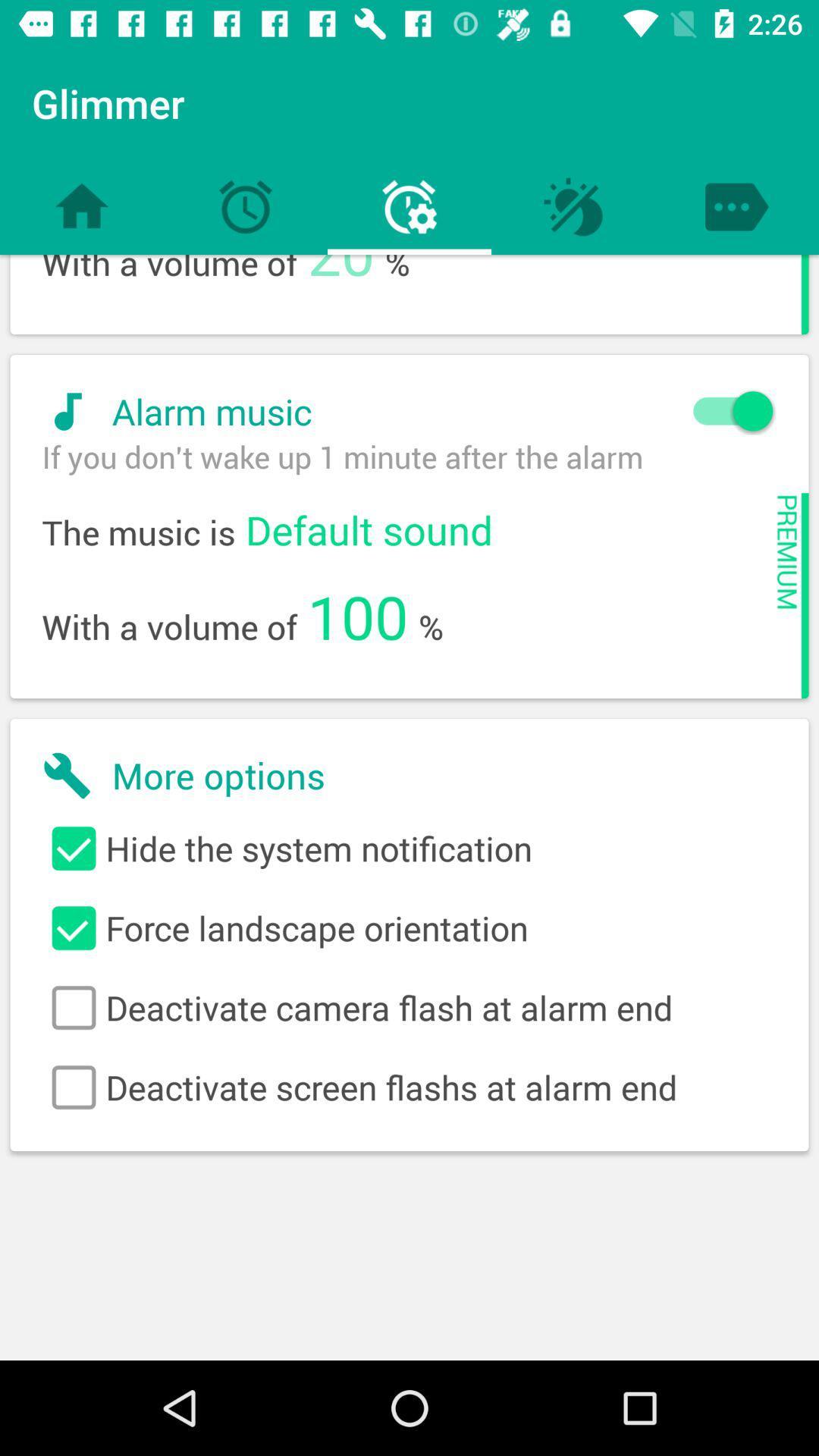 The height and width of the screenshot is (1456, 819). Describe the element at coordinates (369, 529) in the screenshot. I see `default sound item` at that location.